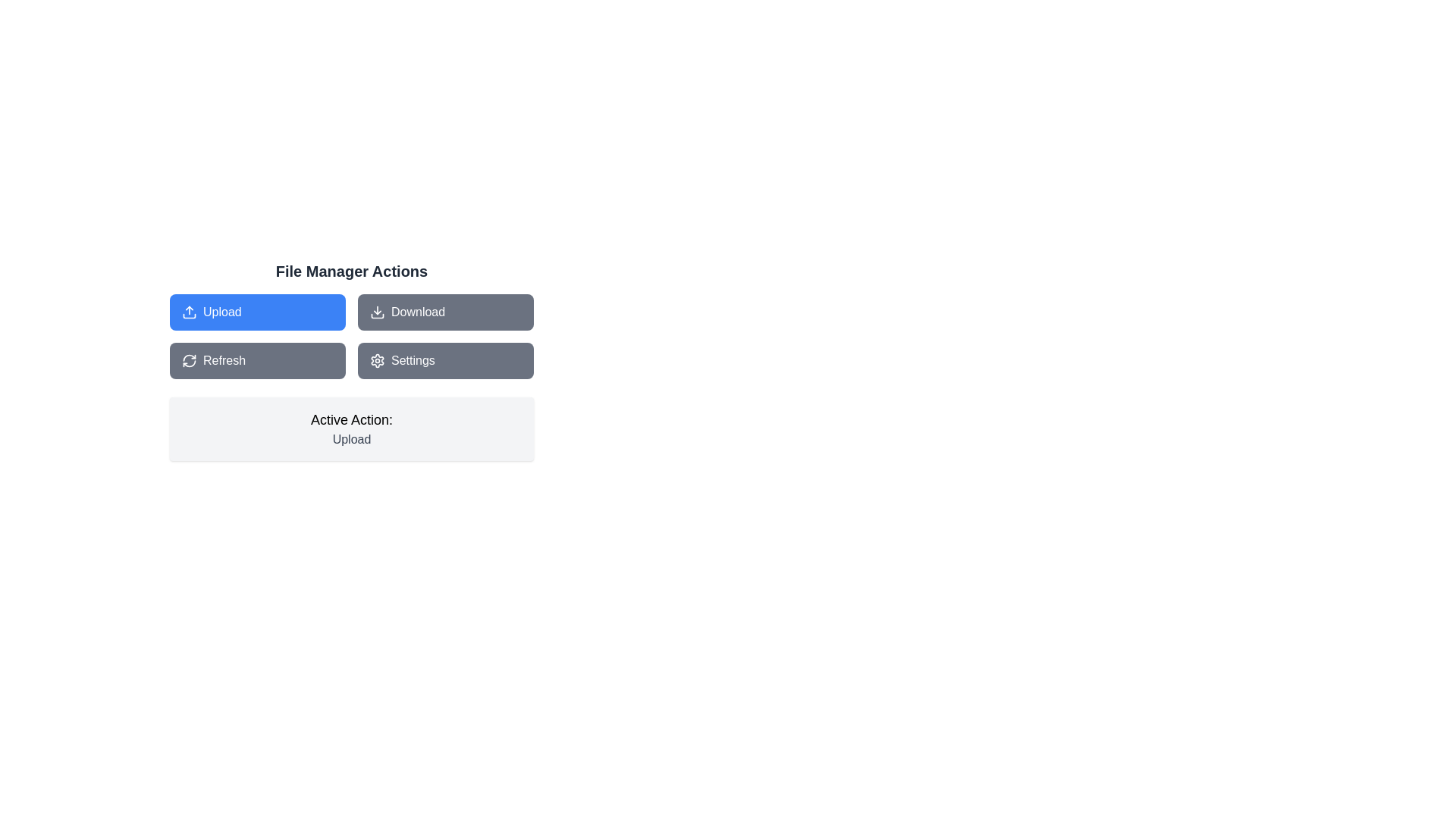 This screenshot has width=1456, height=819. I want to click on the 'Refresh' text label located in the lower left of the grid, second in the row, so click(224, 360).